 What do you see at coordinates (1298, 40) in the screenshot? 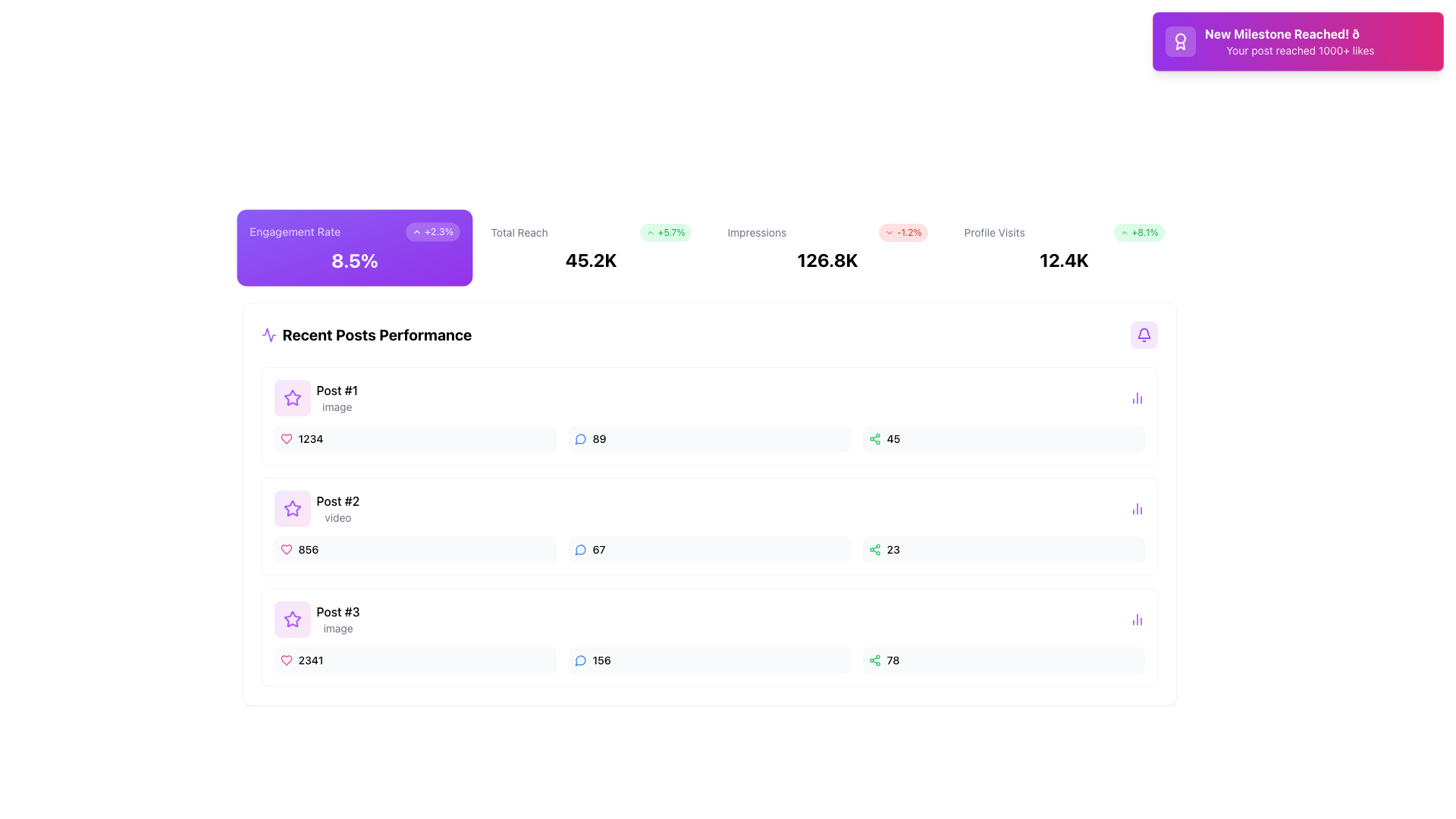
I see `notification text displayed in the notification banner indicating that a post has reached over 1000 likes, located at the top-right corner of the interface` at bounding box center [1298, 40].